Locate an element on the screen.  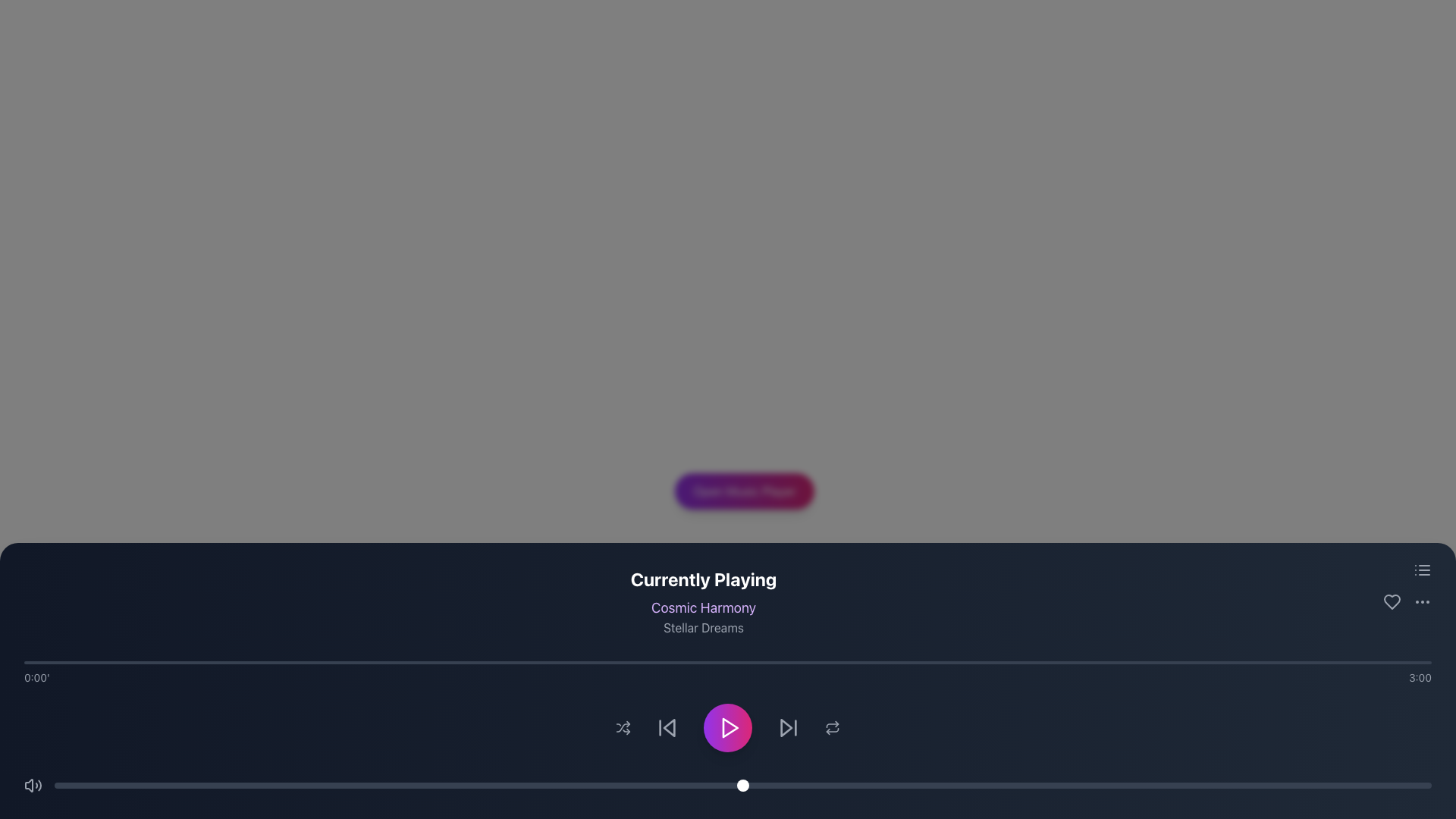
the Informational Display that shows the currently playing song, located in the center of the music player interface, above the playback control buttons and below the 'Open Music Player' button is located at coordinates (745, 587).